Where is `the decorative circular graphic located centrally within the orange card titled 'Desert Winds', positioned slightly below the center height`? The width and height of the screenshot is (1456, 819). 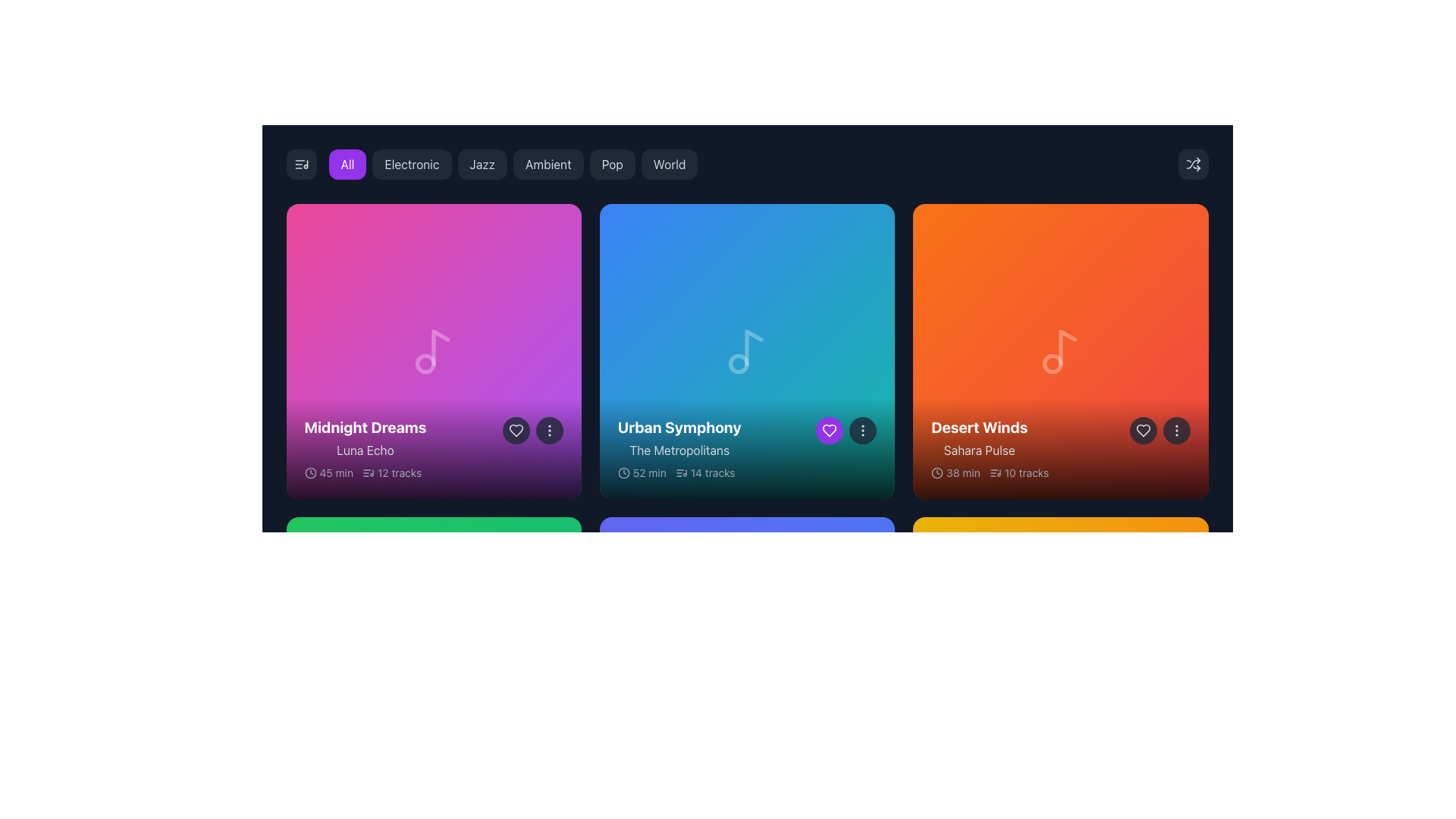
the decorative circular graphic located centrally within the orange card titled 'Desert Winds', positioned slightly below the center height is located at coordinates (1052, 363).